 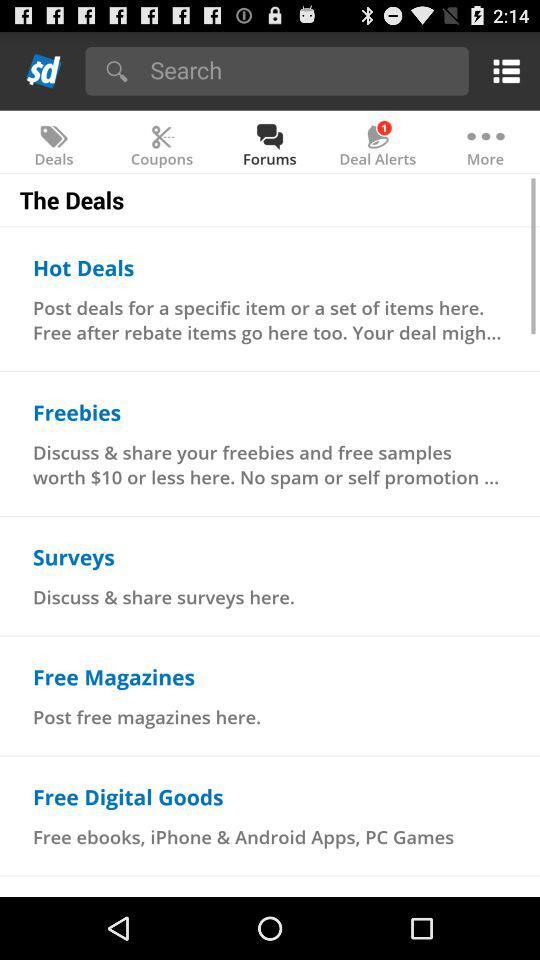 I want to click on the item below post free magazines, so click(x=128, y=797).